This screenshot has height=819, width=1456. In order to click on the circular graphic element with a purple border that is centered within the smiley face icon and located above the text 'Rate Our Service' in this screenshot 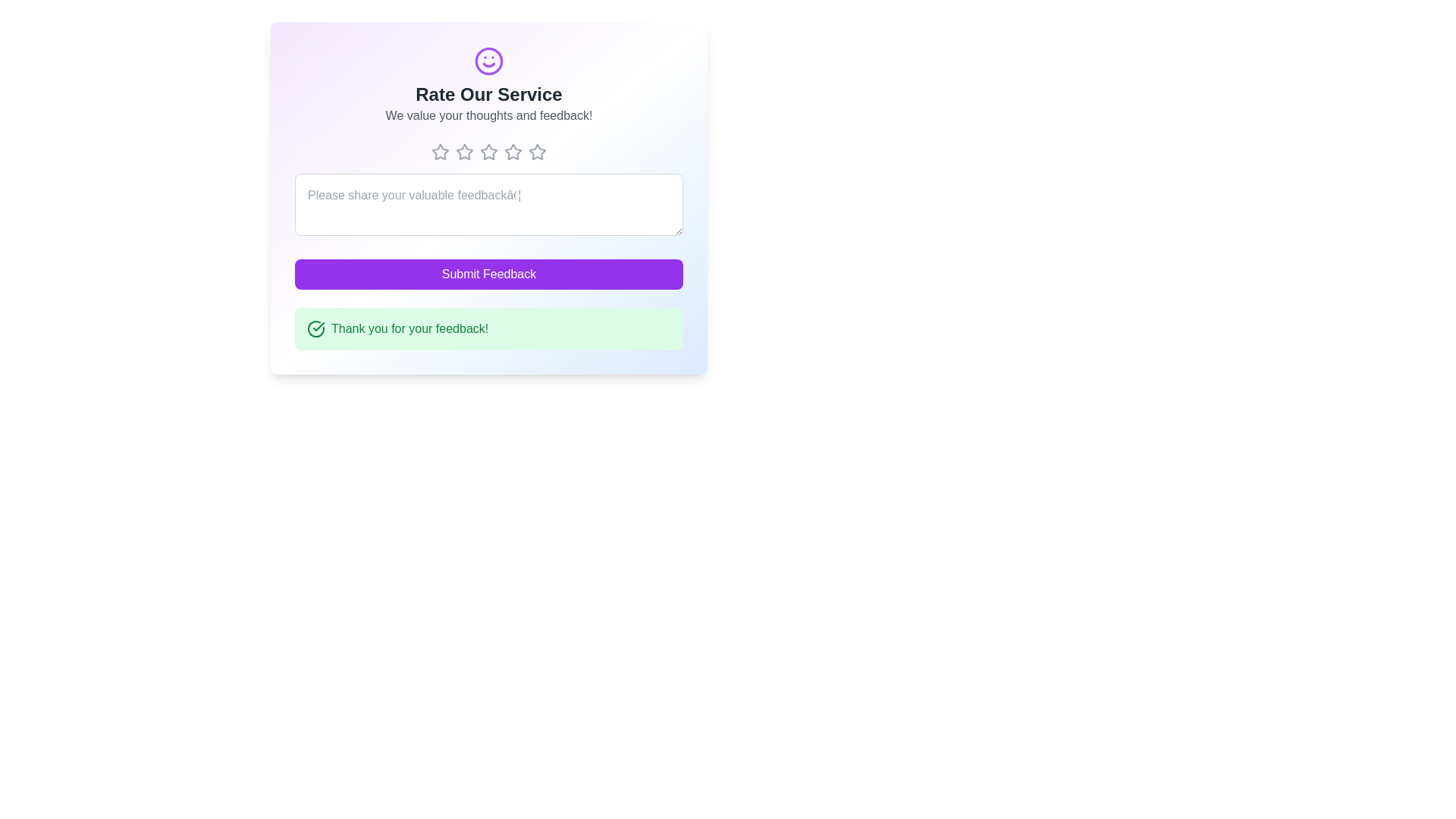, I will do `click(488, 61)`.